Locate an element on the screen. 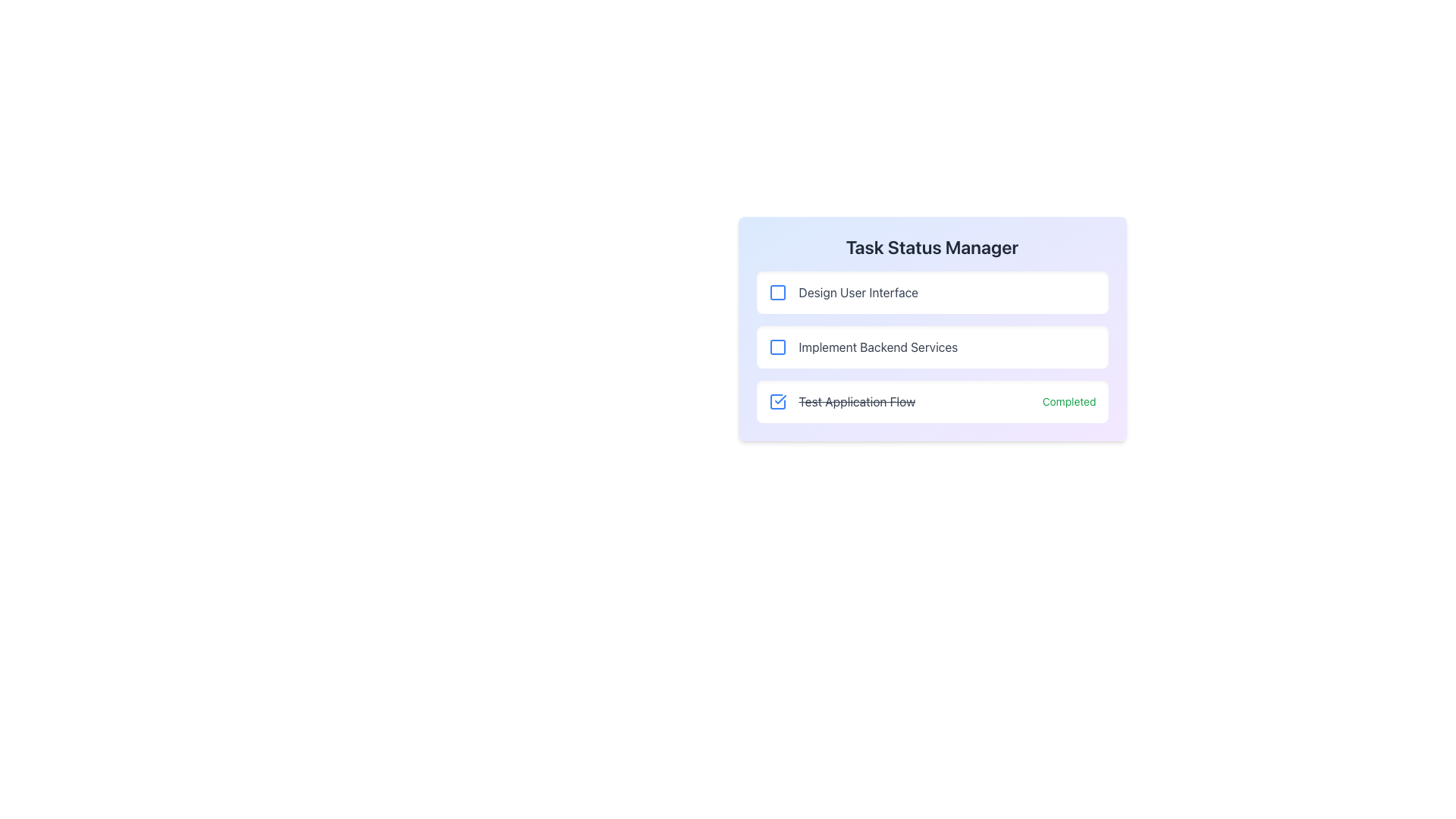  the checkbox for the task 'Design User Interface' is located at coordinates (777, 292).